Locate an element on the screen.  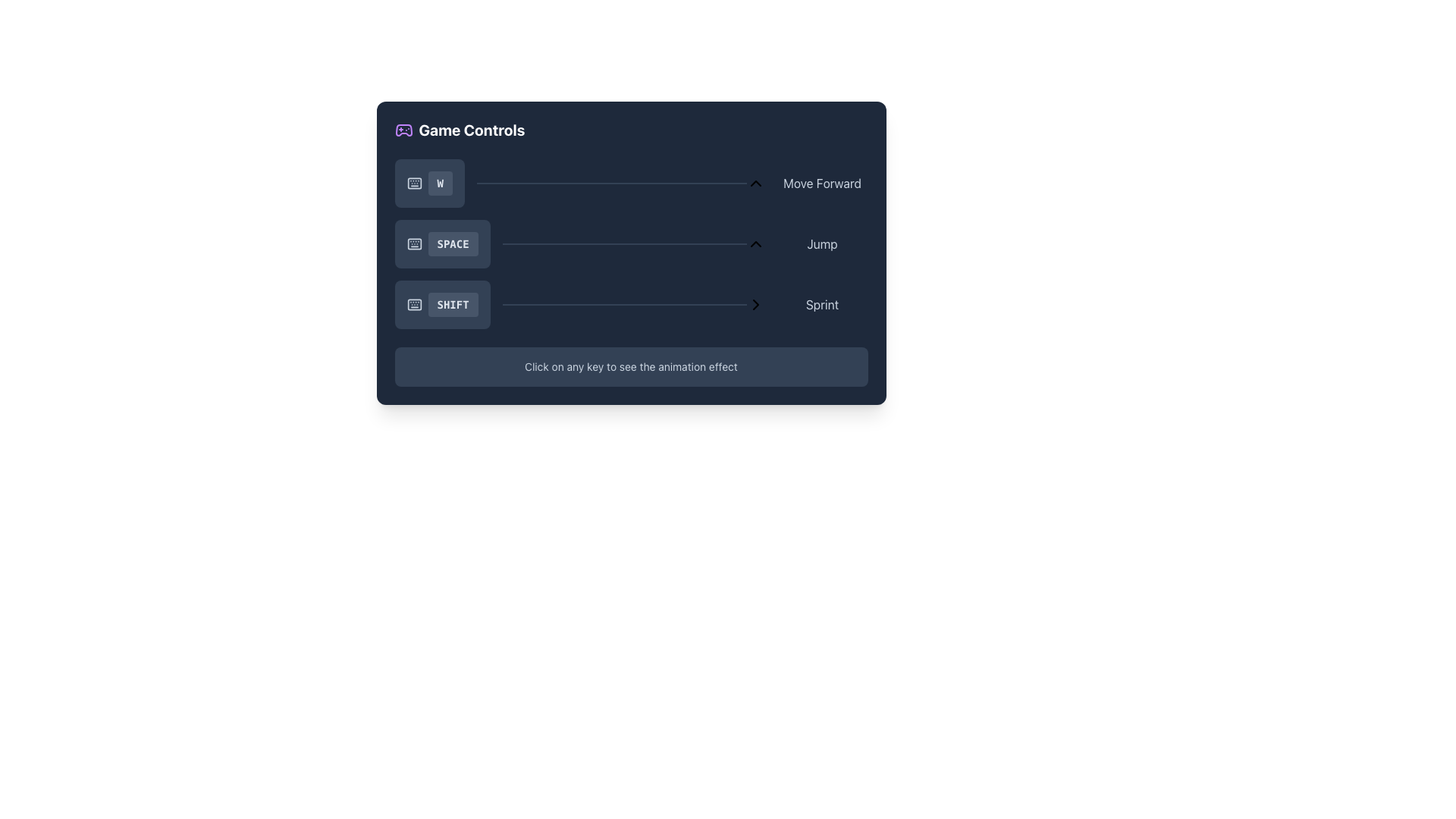
the slider is located at coordinates (644, 183).